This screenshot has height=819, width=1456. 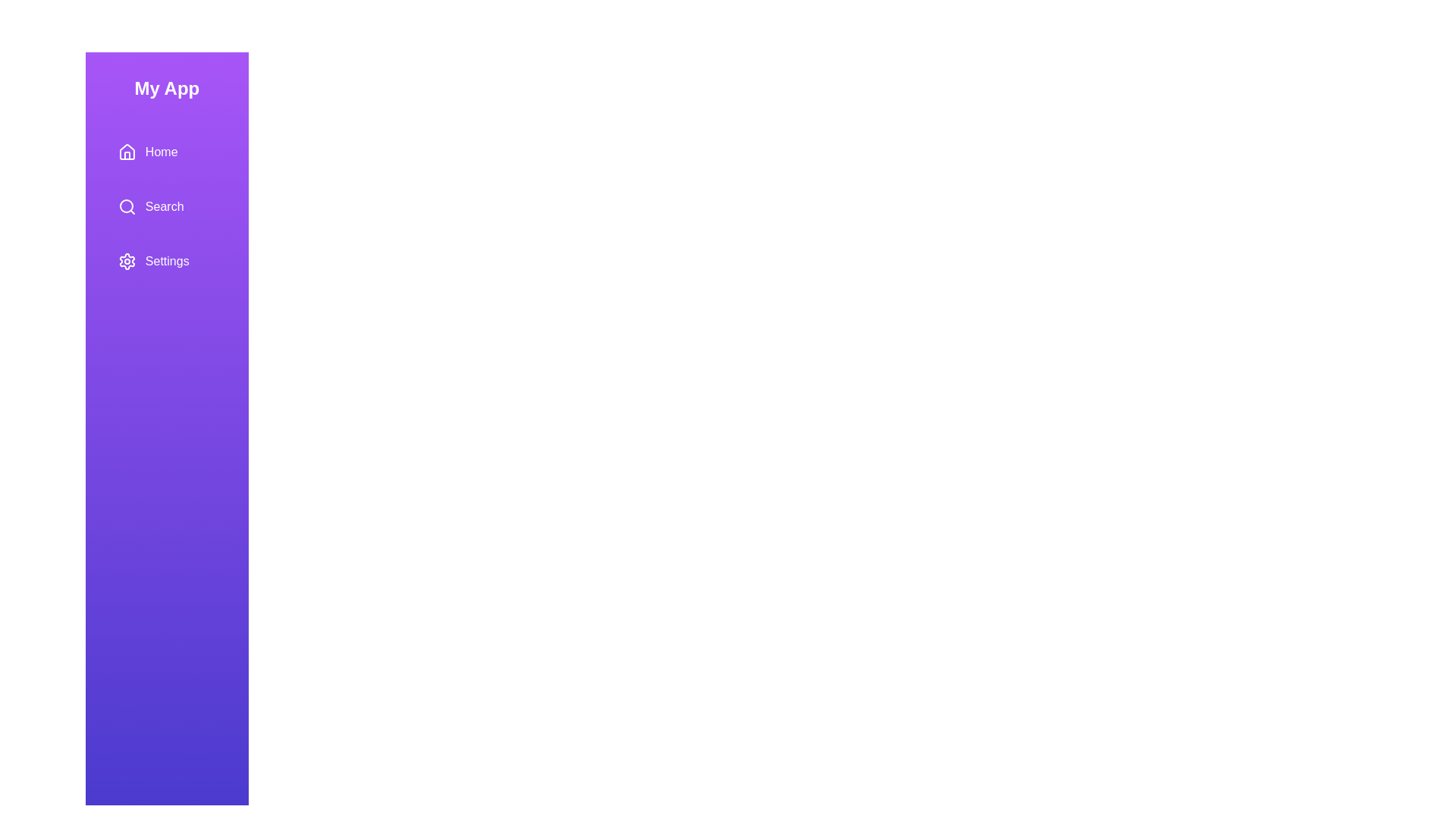 I want to click on the menu item Home to trigger the hover effect, so click(x=167, y=152).